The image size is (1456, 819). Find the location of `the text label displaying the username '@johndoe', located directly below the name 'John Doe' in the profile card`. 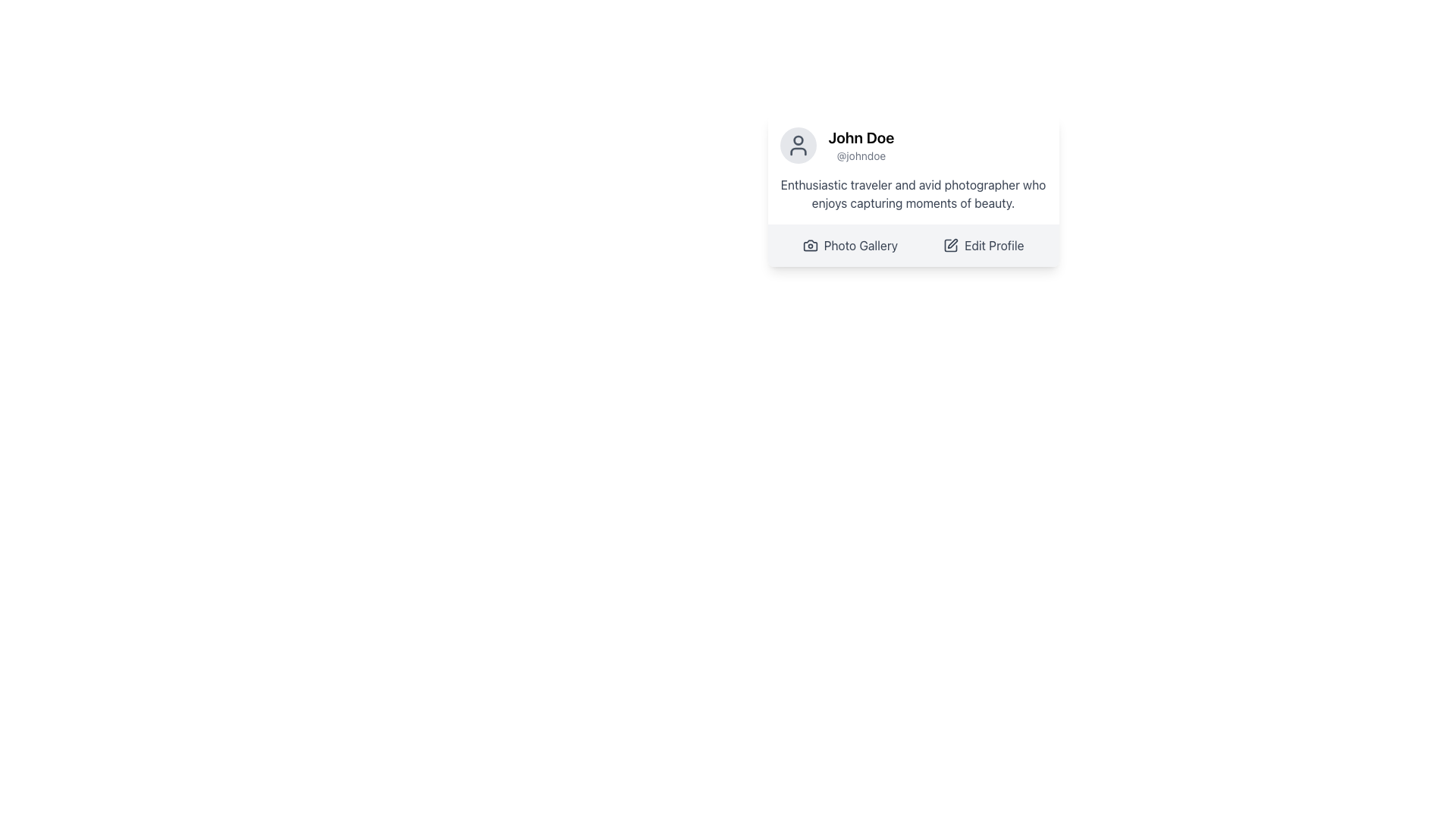

the text label displaying the username '@johndoe', located directly below the name 'John Doe' in the profile card is located at coordinates (861, 155).